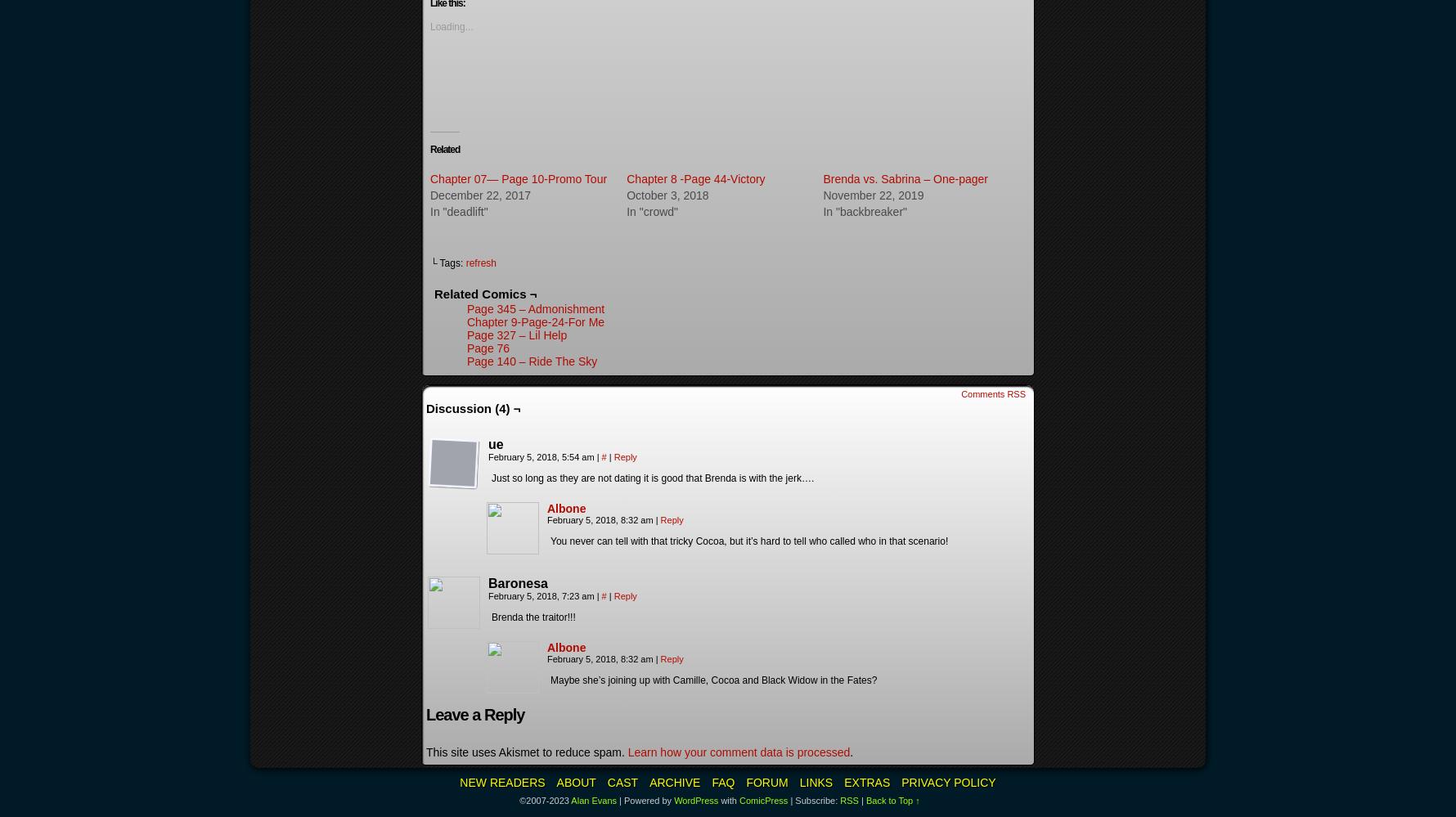 The height and width of the screenshot is (817, 1456). Describe the element at coordinates (536, 321) in the screenshot. I see `'Chapter 9-Page-24-For Me'` at that location.